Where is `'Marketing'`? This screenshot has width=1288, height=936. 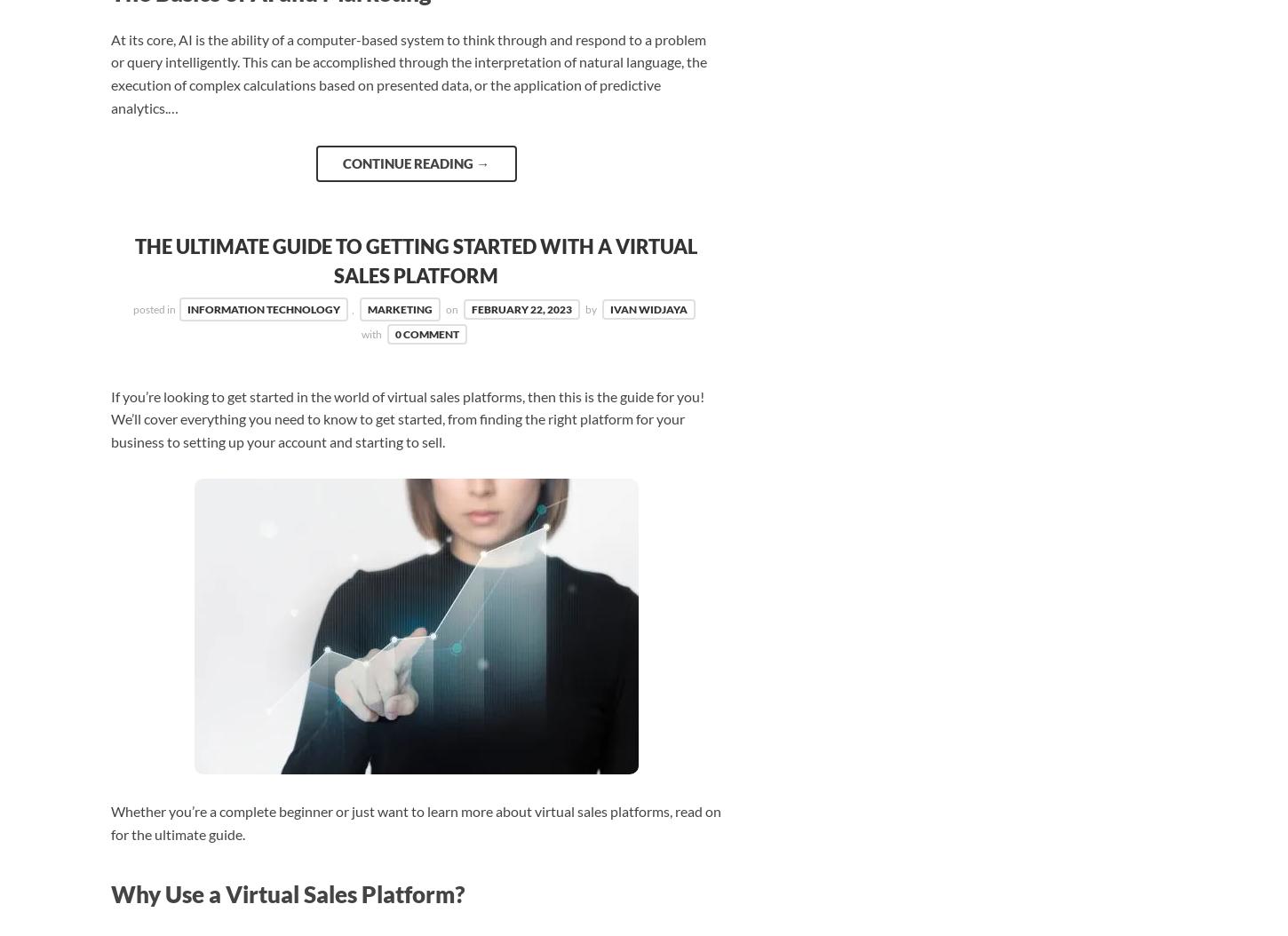
'Marketing' is located at coordinates (399, 309).